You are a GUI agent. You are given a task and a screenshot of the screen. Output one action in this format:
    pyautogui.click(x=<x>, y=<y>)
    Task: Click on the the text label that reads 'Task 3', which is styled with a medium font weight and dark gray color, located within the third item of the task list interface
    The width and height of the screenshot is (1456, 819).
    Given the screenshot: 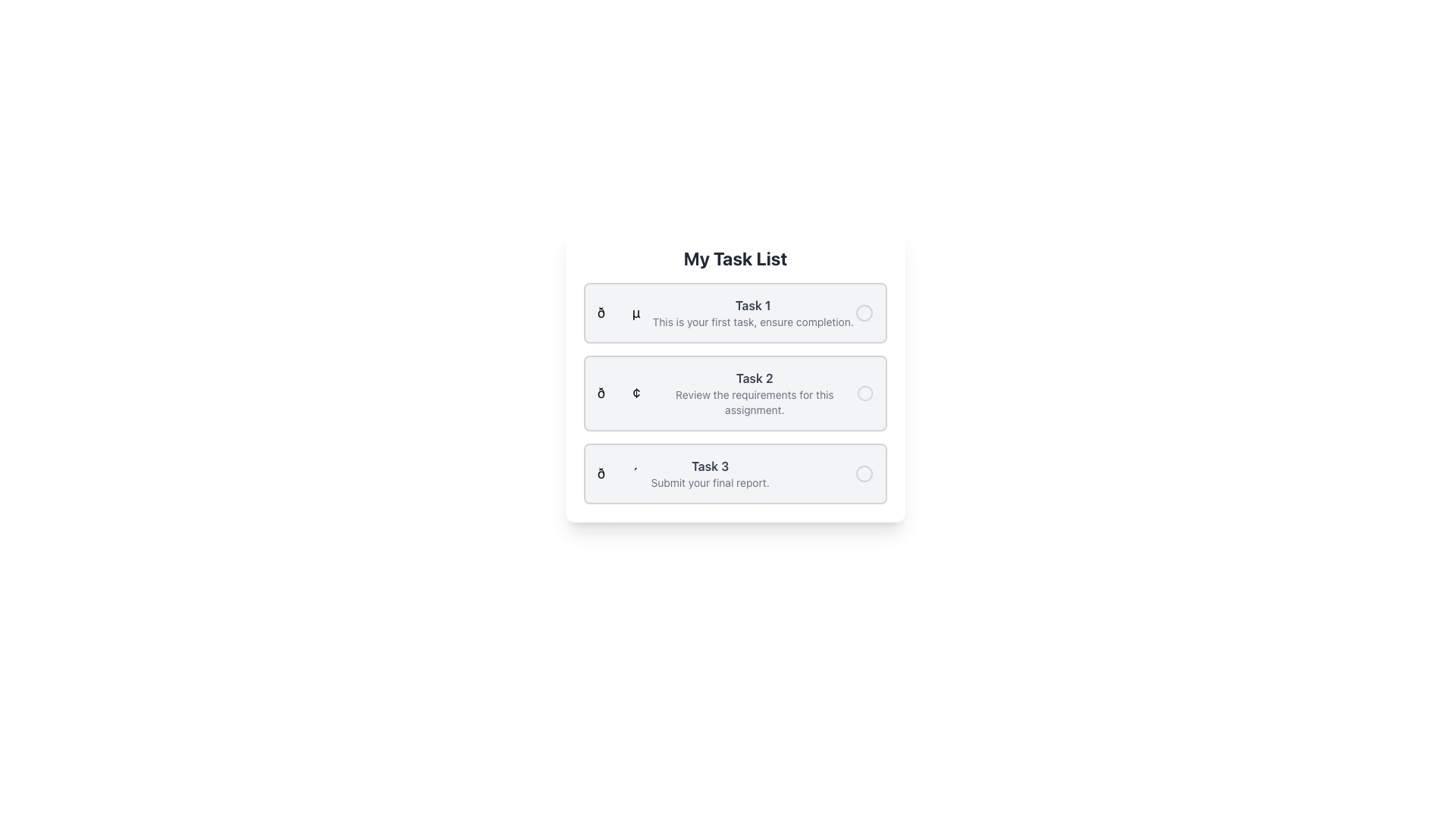 What is the action you would take?
    pyautogui.click(x=709, y=465)
    